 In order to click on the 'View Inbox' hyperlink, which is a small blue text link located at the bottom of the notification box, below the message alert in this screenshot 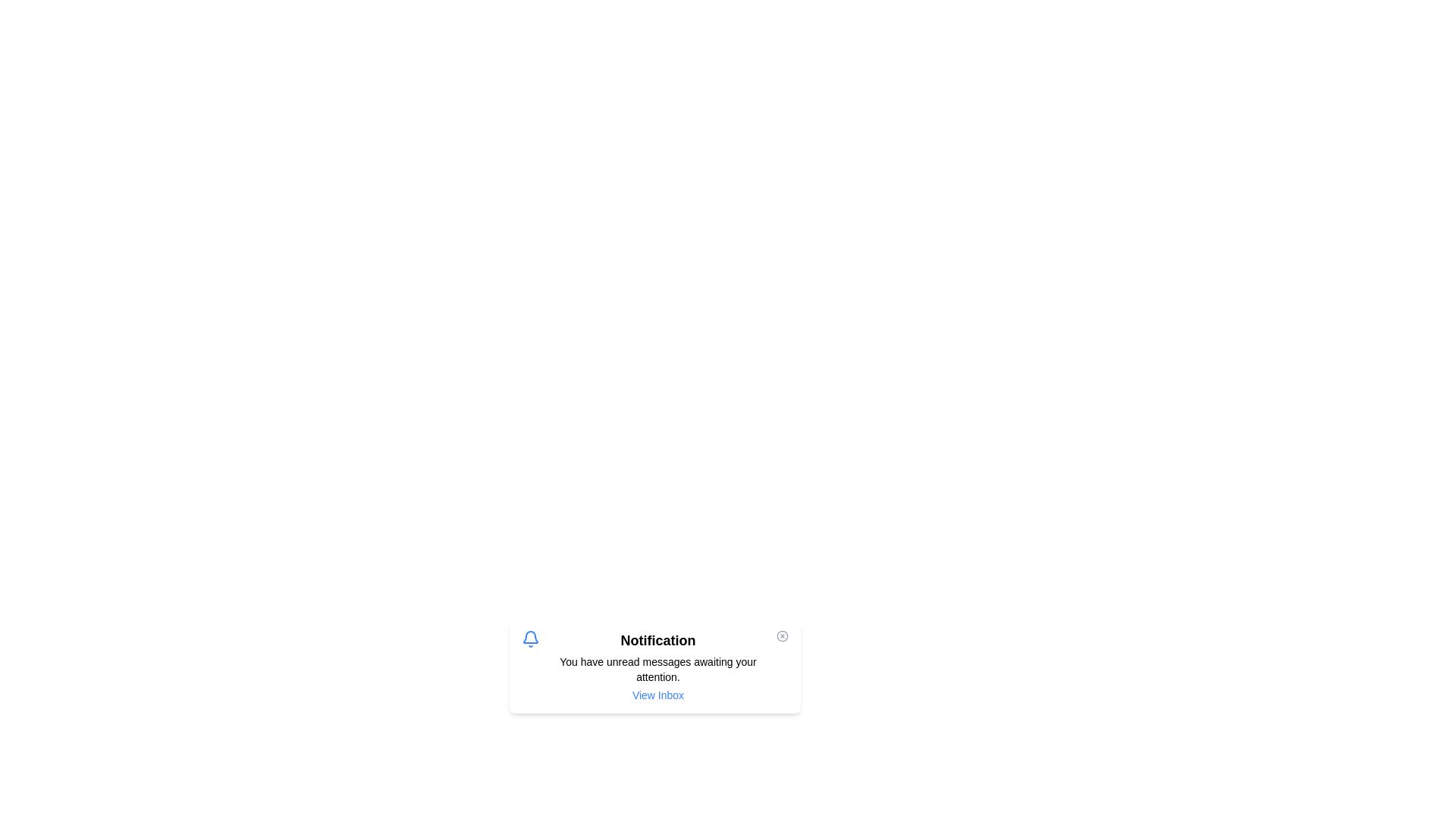, I will do `click(658, 695)`.